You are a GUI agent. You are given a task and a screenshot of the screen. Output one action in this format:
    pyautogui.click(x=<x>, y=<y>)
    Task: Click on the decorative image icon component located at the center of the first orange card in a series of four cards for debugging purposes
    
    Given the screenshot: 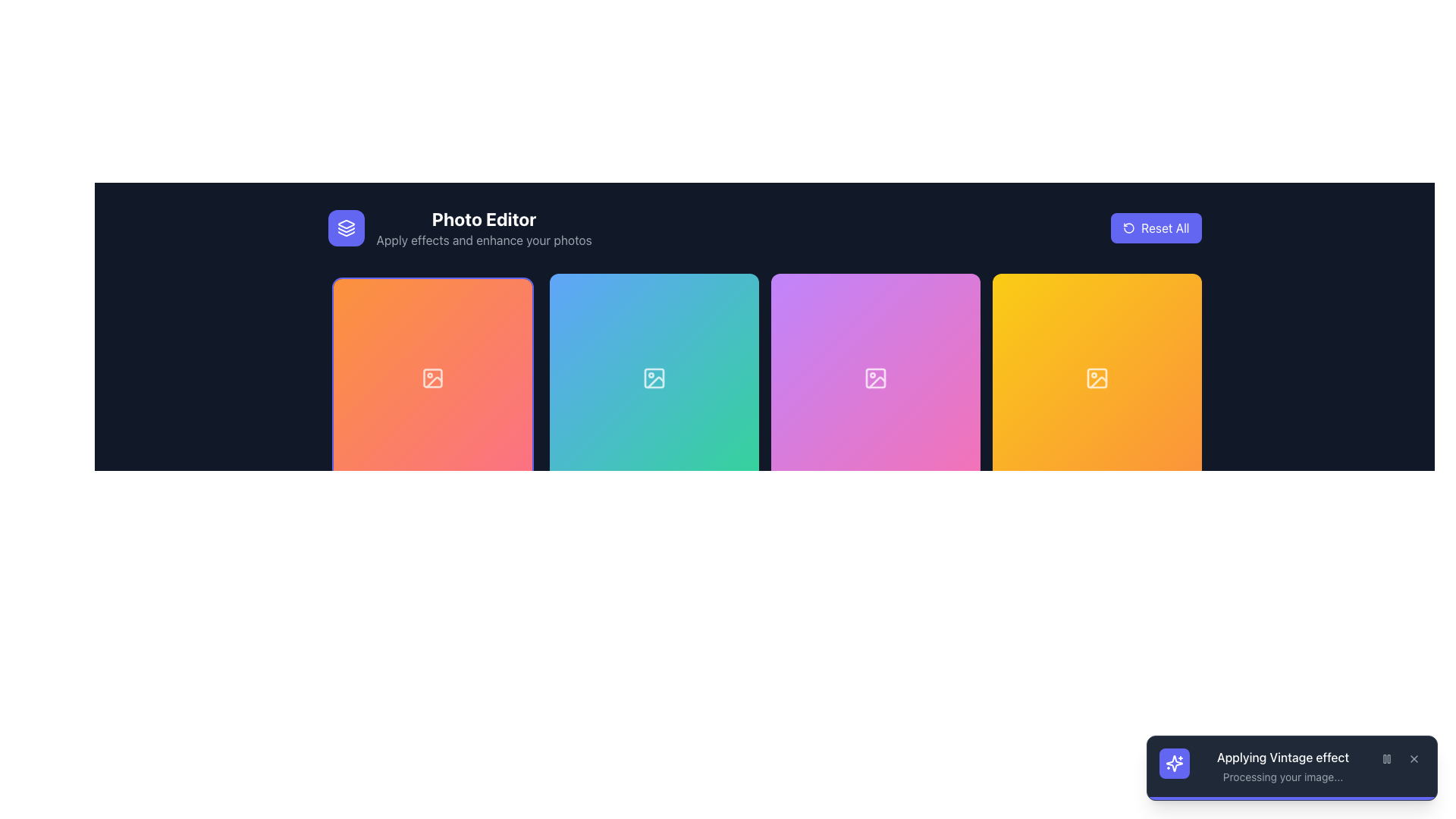 What is the action you would take?
    pyautogui.click(x=431, y=377)
    